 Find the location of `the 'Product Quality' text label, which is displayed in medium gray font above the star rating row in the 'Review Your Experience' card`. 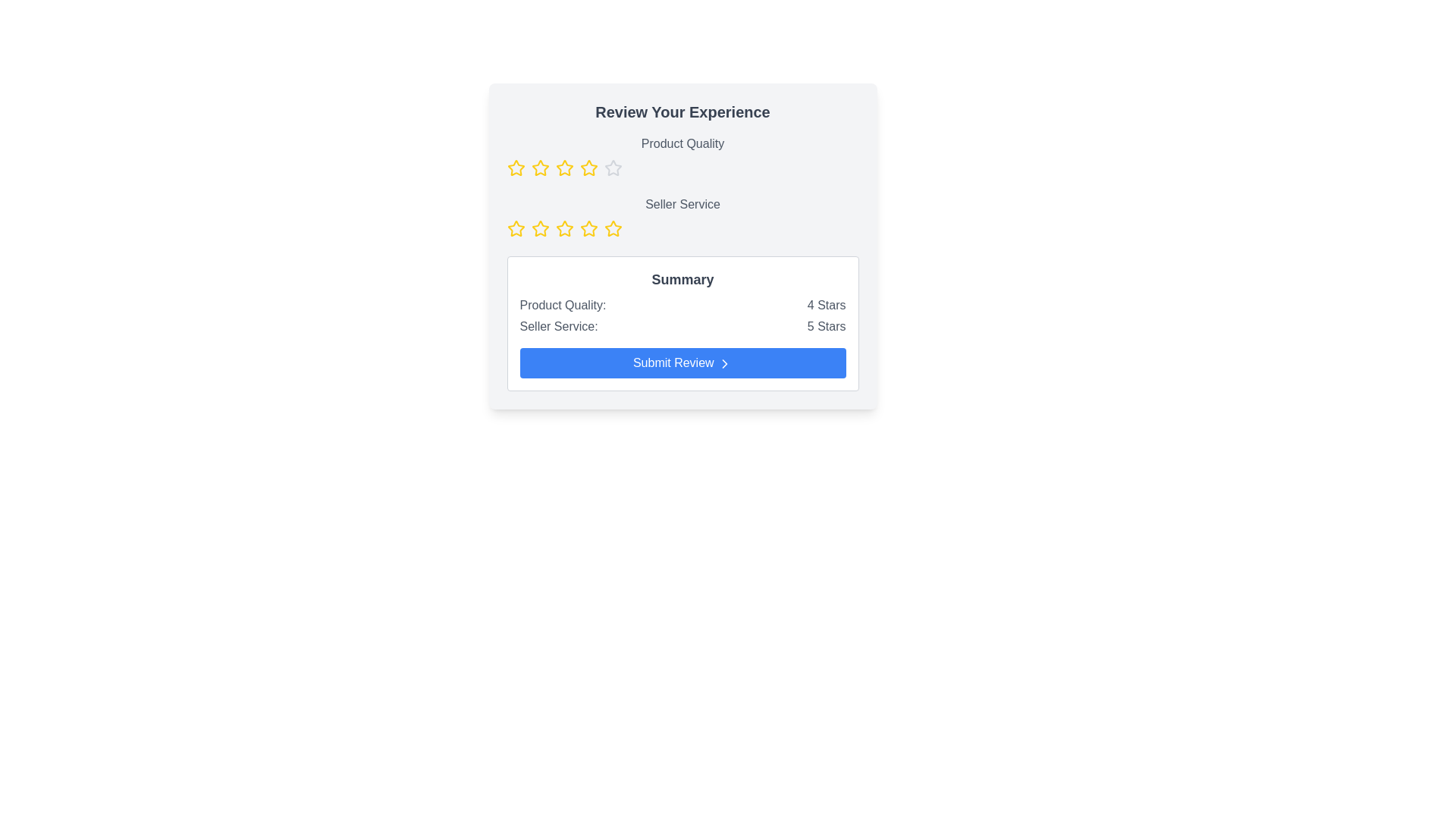

the 'Product Quality' text label, which is displayed in medium gray font above the star rating row in the 'Review Your Experience' card is located at coordinates (682, 155).